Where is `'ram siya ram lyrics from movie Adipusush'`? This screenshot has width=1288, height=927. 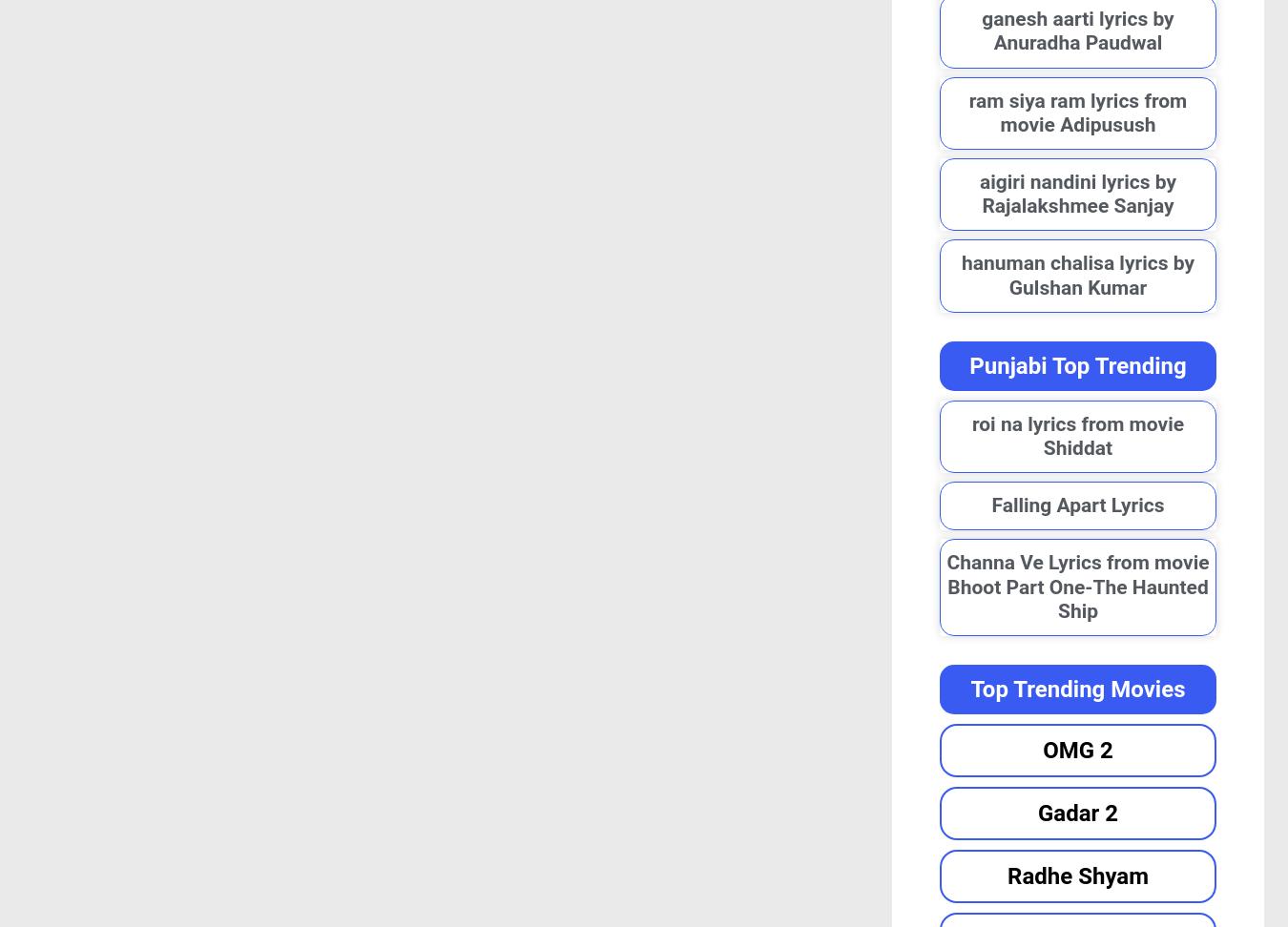 'ram siya ram lyrics from movie Adipusush' is located at coordinates (1076, 111).